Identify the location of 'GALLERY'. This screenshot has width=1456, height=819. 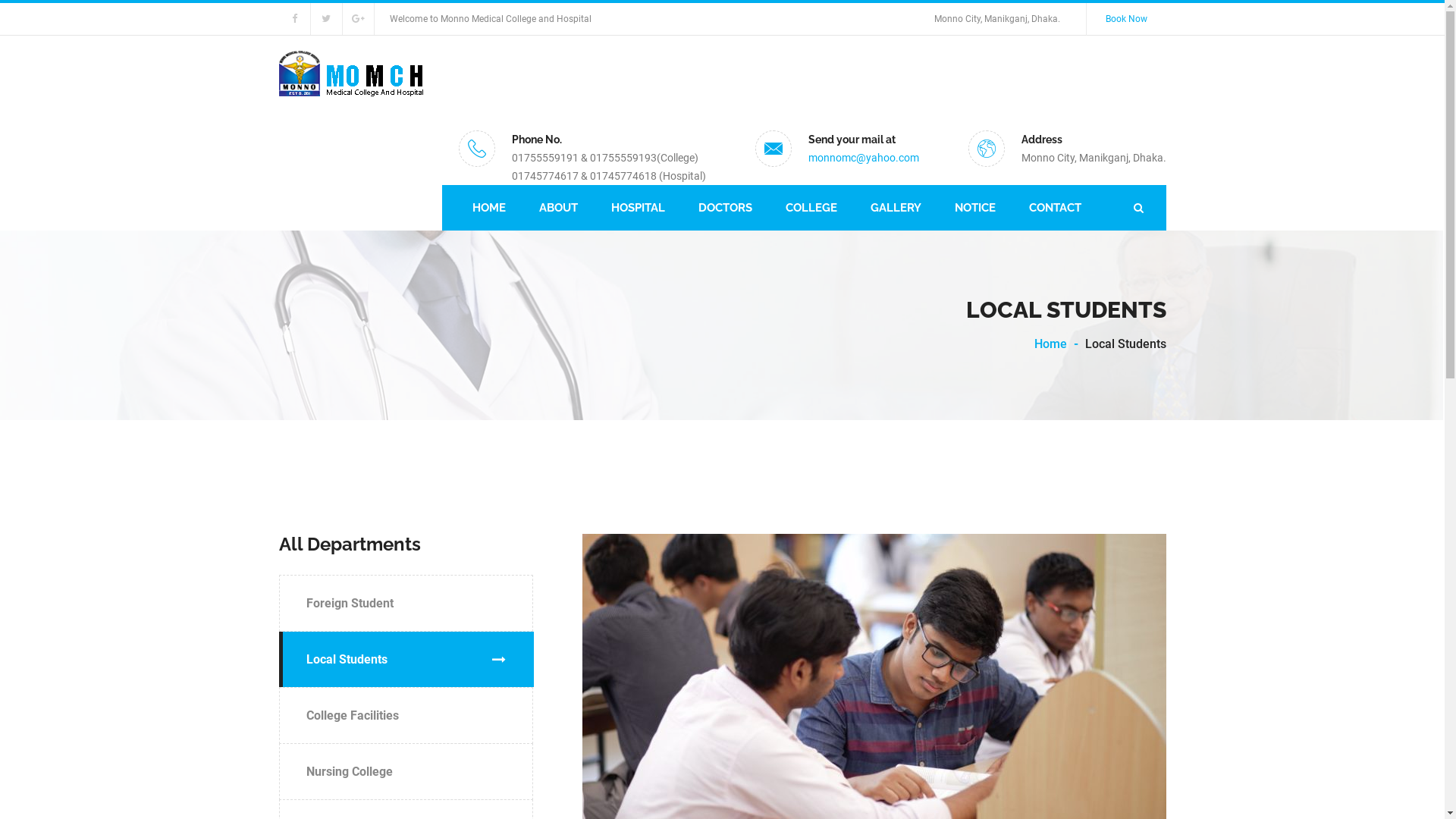
(896, 207).